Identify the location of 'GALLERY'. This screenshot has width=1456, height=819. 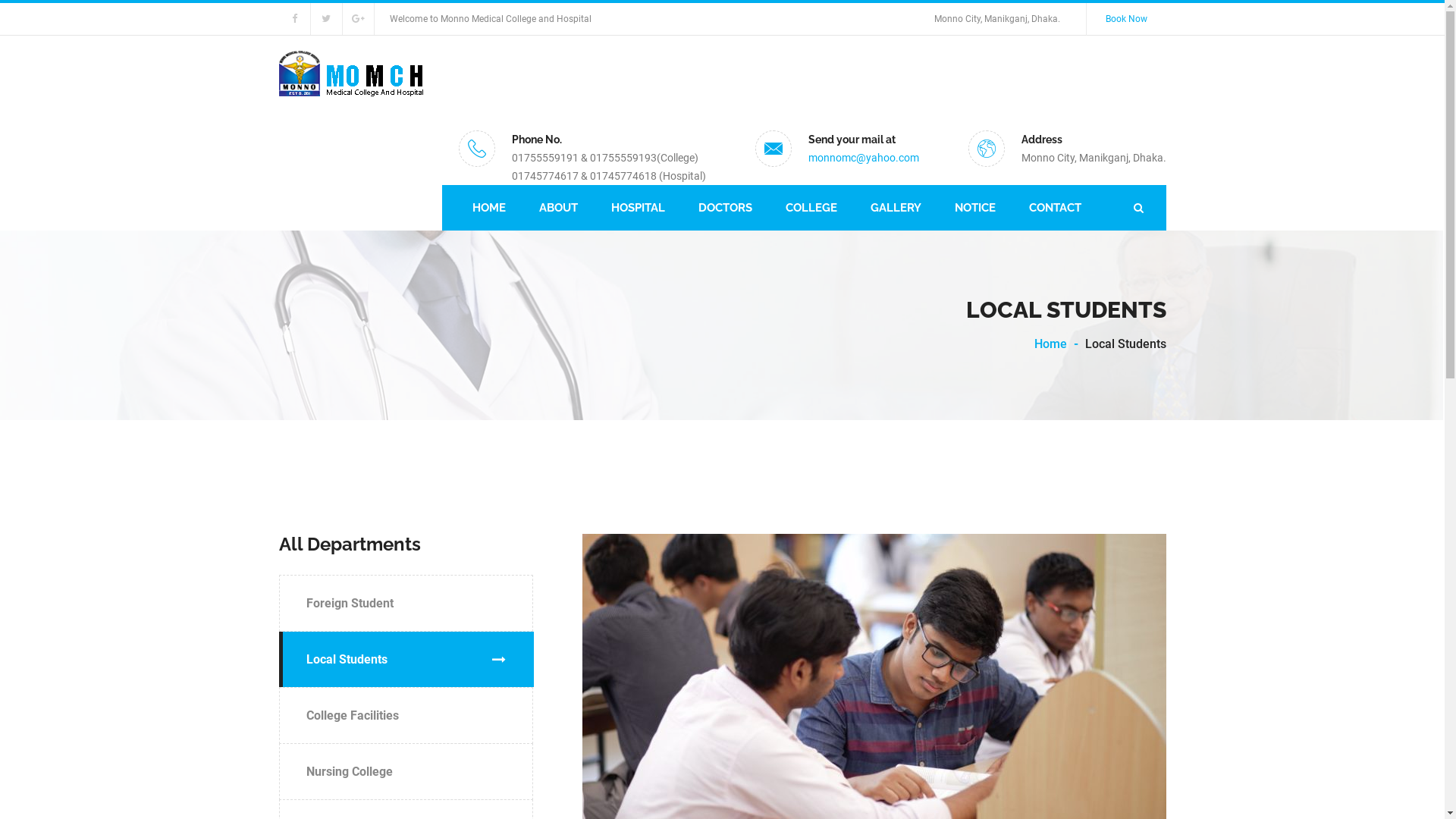
(896, 207).